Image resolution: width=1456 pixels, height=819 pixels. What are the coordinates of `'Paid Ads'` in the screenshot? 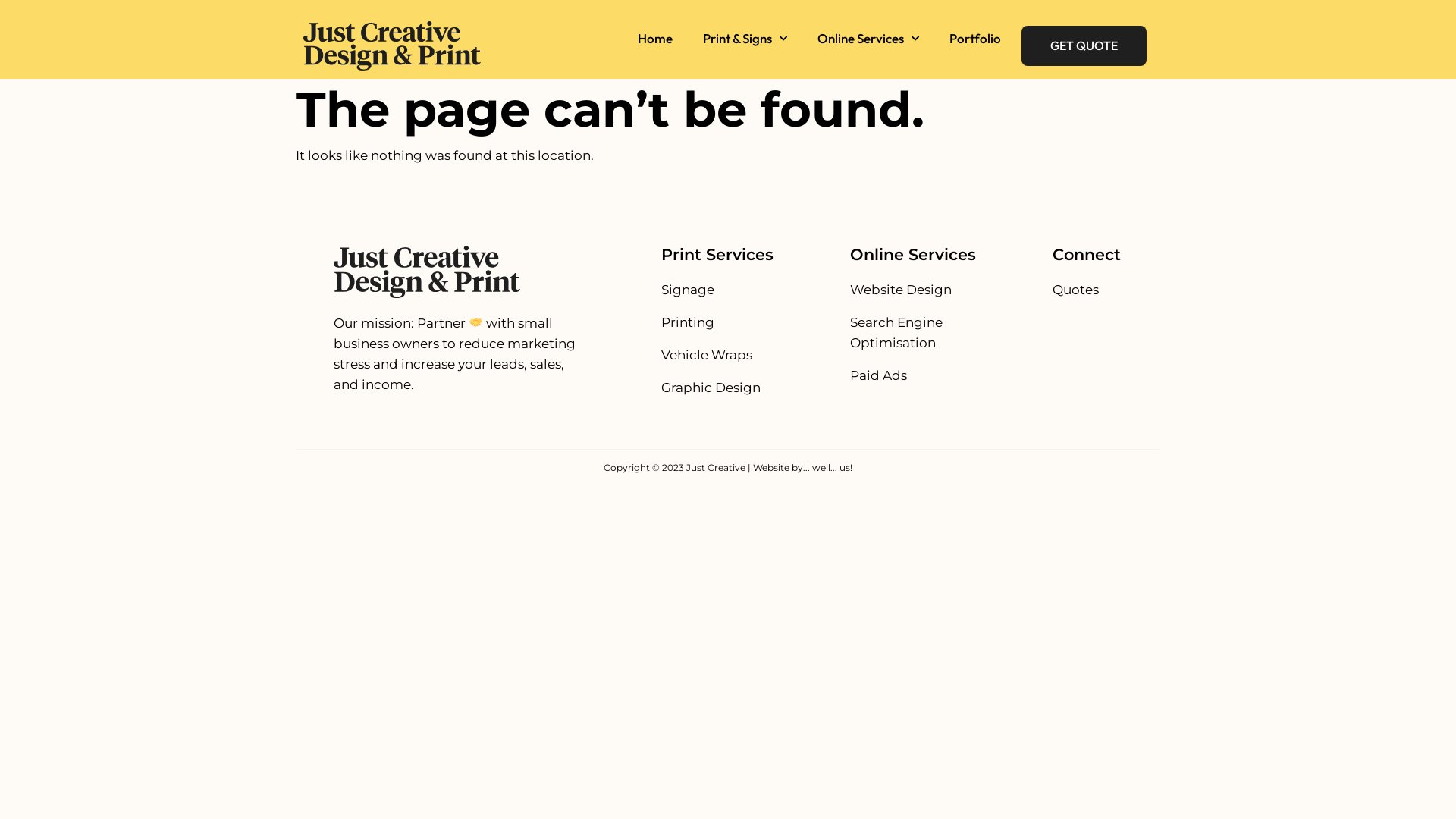 It's located at (912, 375).